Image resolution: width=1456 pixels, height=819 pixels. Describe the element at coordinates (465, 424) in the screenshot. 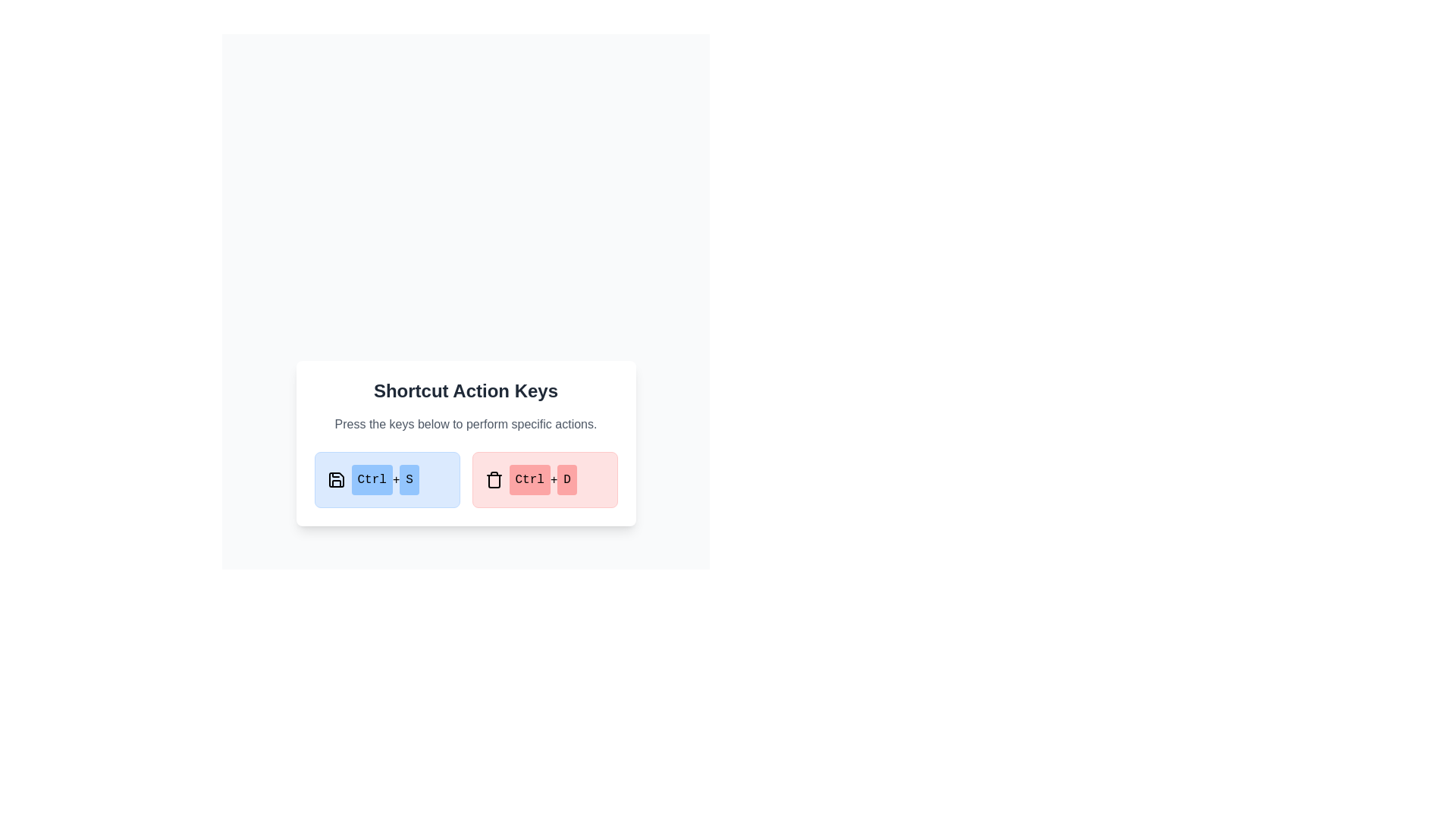

I see `the static text that reads 'Press the keys below to perform specific actions.' which is styled with a medium gray font color and is located below the title 'Shortcut Action Keys'` at that location.